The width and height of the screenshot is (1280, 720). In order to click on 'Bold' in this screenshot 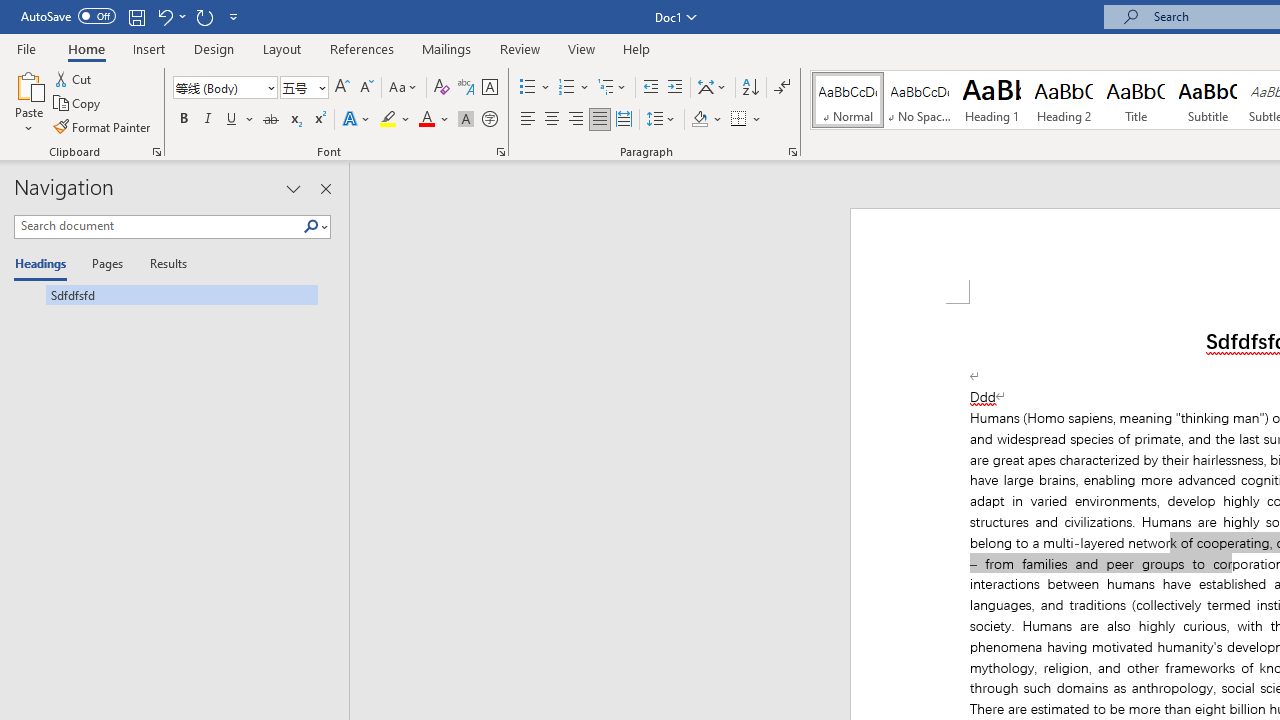, I will do `click(183, 119)`.